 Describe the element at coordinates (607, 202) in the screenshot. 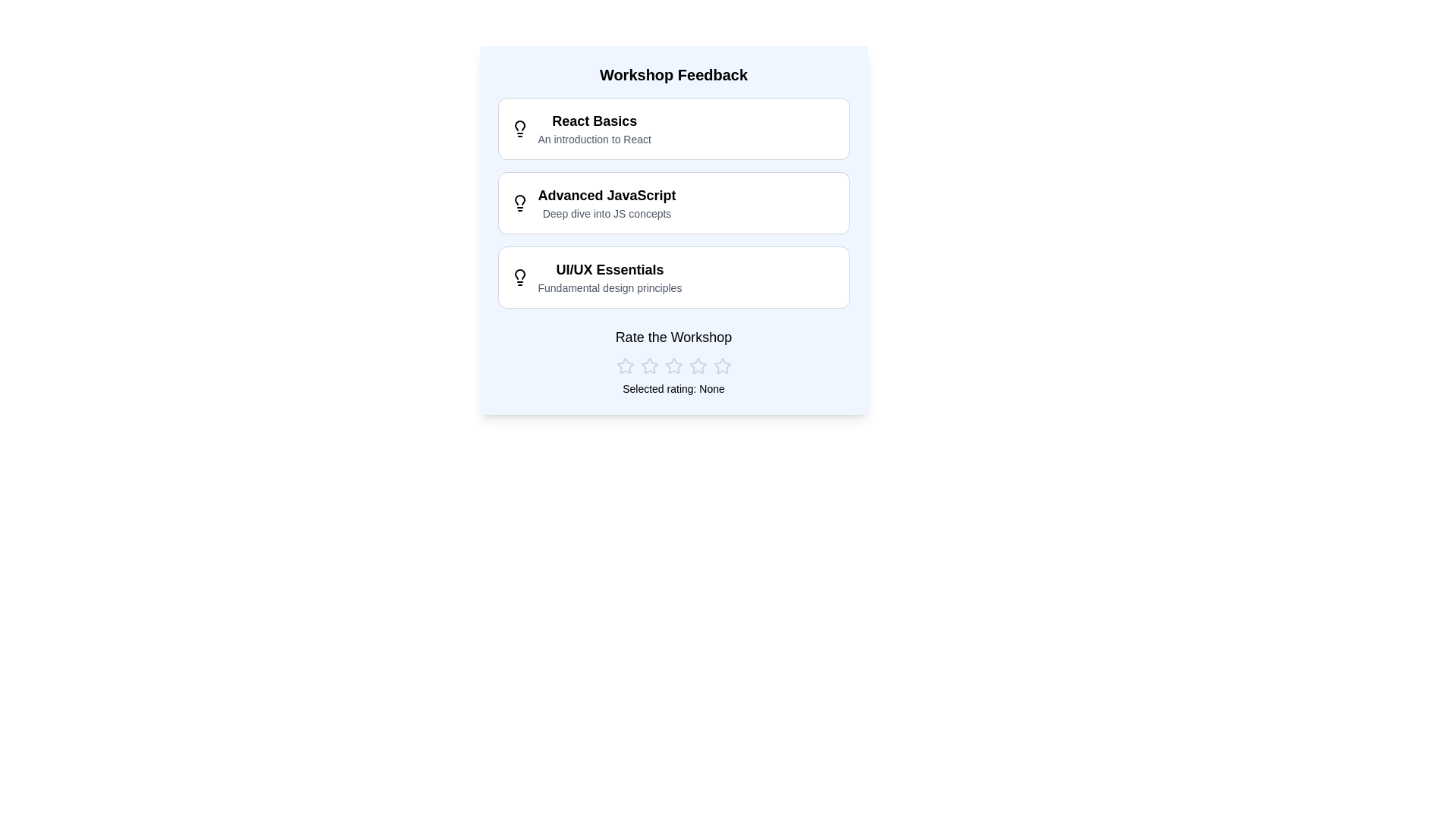

I see `text content of the text block displaying the title and brief description of a workshop or topic, located in the center section of the interface, specifically in the second position of a vertically stacked list` at that location.